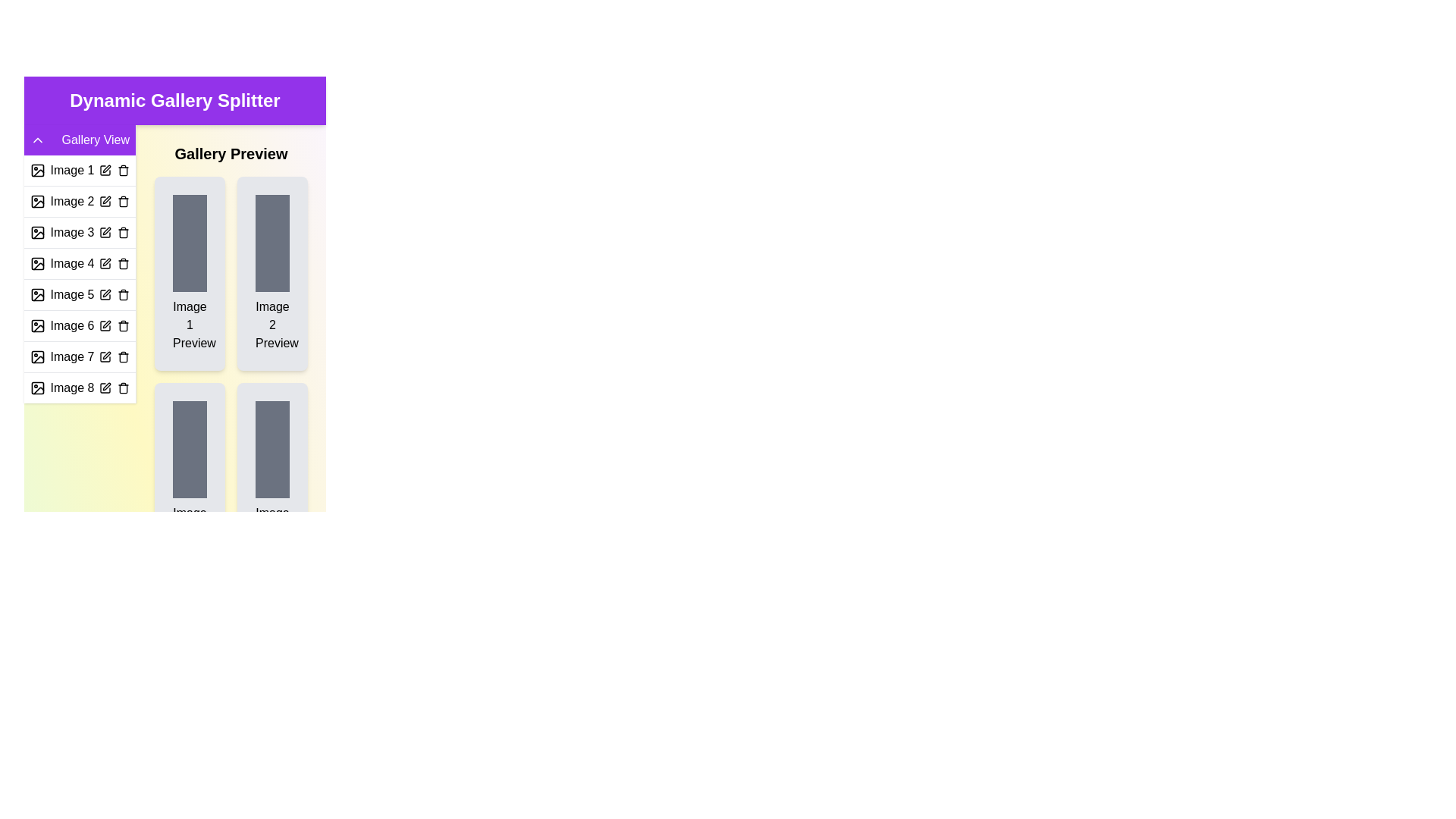  What do you see at coordinates (71, 388) in the screenshot?
I see `the text label representing image resource '8'` at bounding box center [71, 388].